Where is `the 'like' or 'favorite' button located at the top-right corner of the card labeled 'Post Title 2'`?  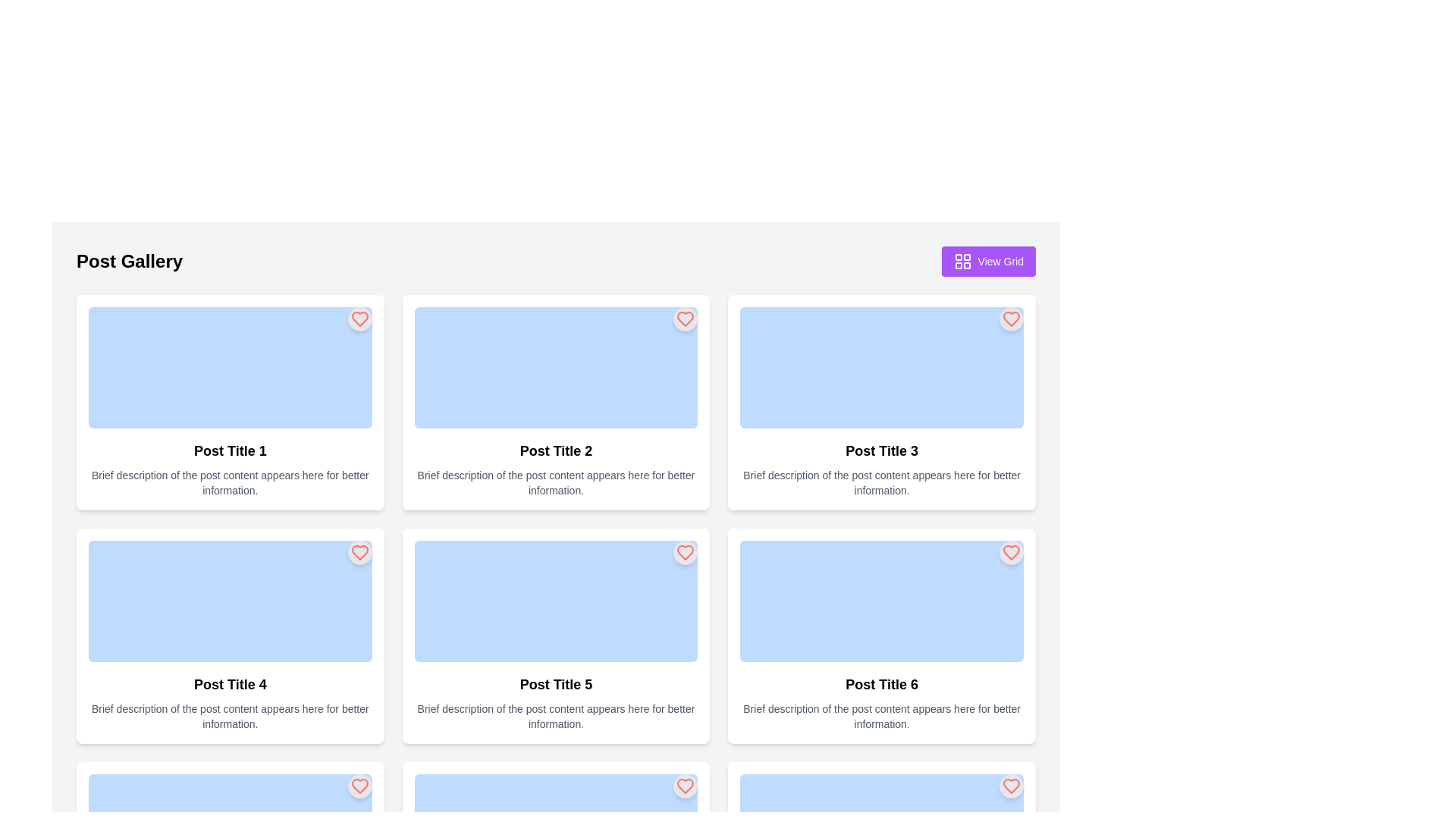
the 'like' or 'favorite' button located at the top-right corner of the card labeled 'Post Title 2' is located at coordinates (685, 318).